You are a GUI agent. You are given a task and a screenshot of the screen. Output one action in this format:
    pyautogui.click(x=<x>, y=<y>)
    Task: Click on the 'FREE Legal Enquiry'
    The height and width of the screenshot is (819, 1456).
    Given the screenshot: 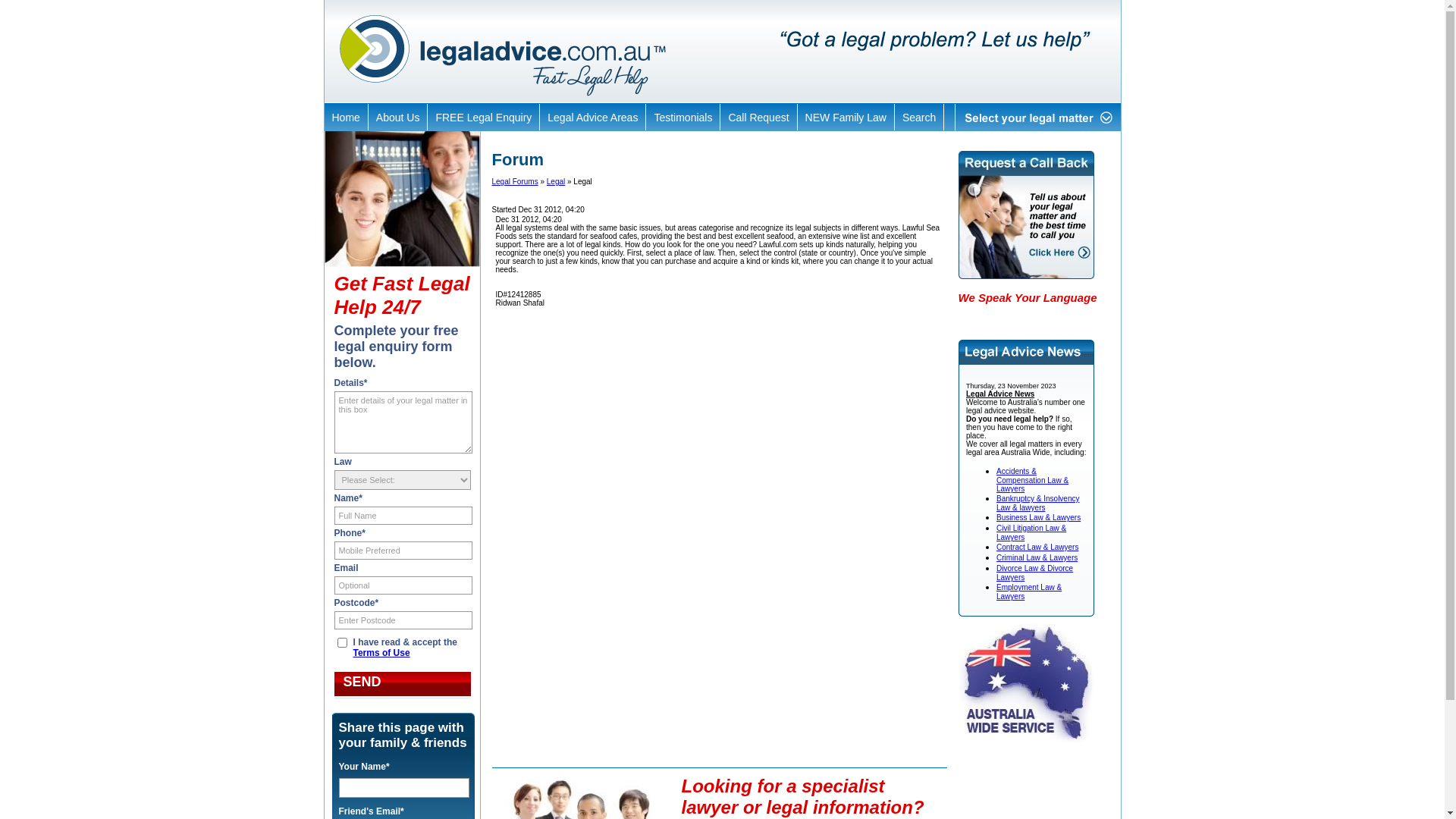 What is the action you would take?
    pyautogui.click(x=482, y=116)
    